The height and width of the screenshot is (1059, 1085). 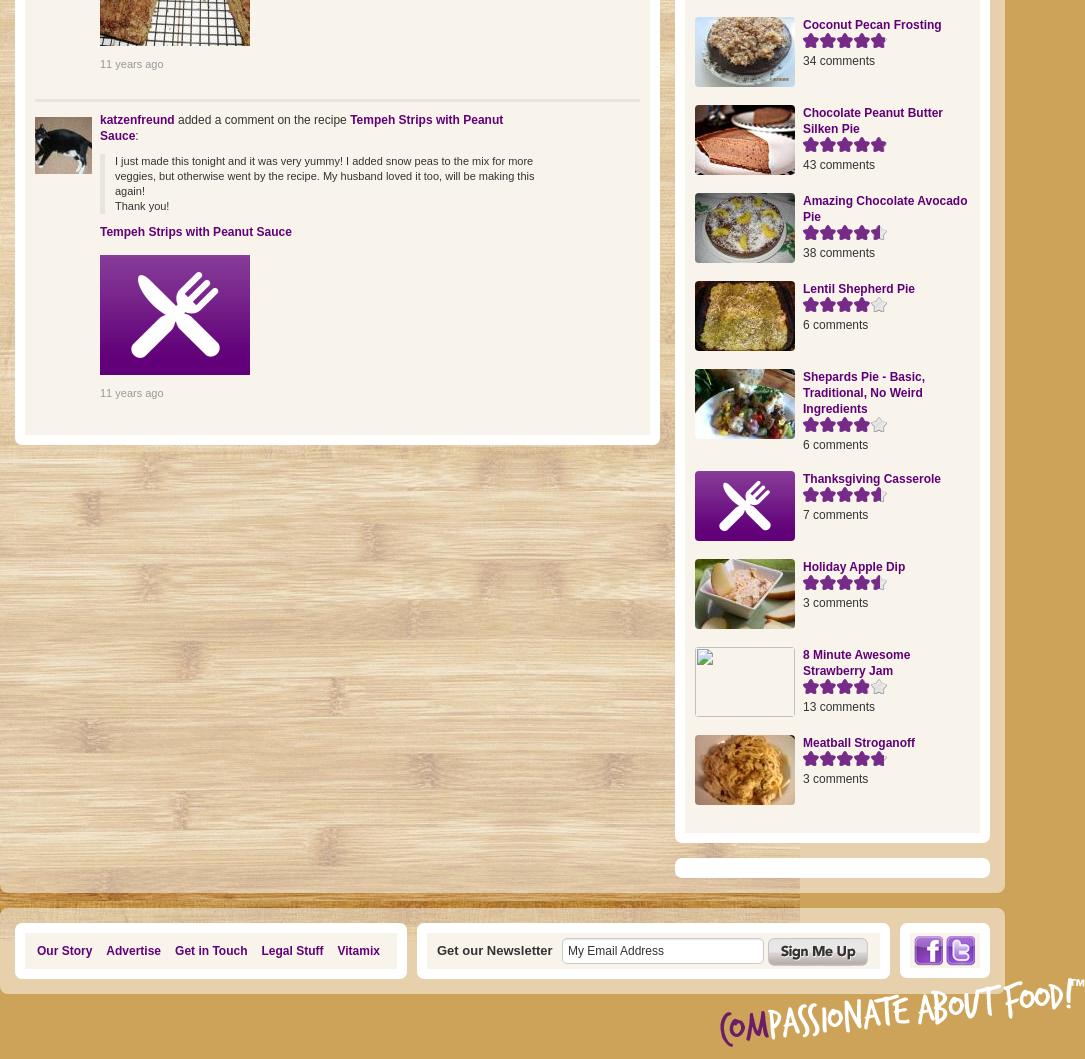 What do you see at coordinates (839, 252) in the screenshot?
I see `'38 comments'` at bounding box center [839, 252].